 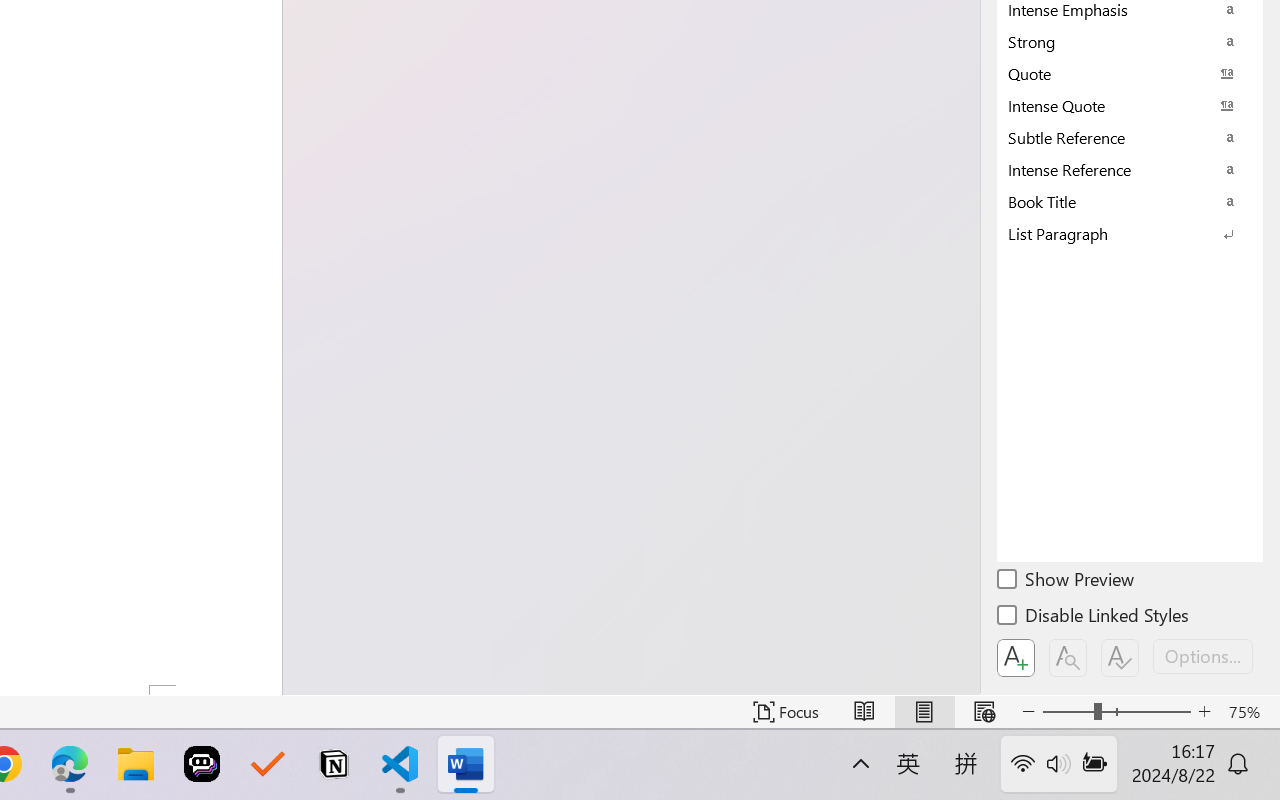 I want to click on 'Disable Linked Styles', so click(x=1094, y=618).